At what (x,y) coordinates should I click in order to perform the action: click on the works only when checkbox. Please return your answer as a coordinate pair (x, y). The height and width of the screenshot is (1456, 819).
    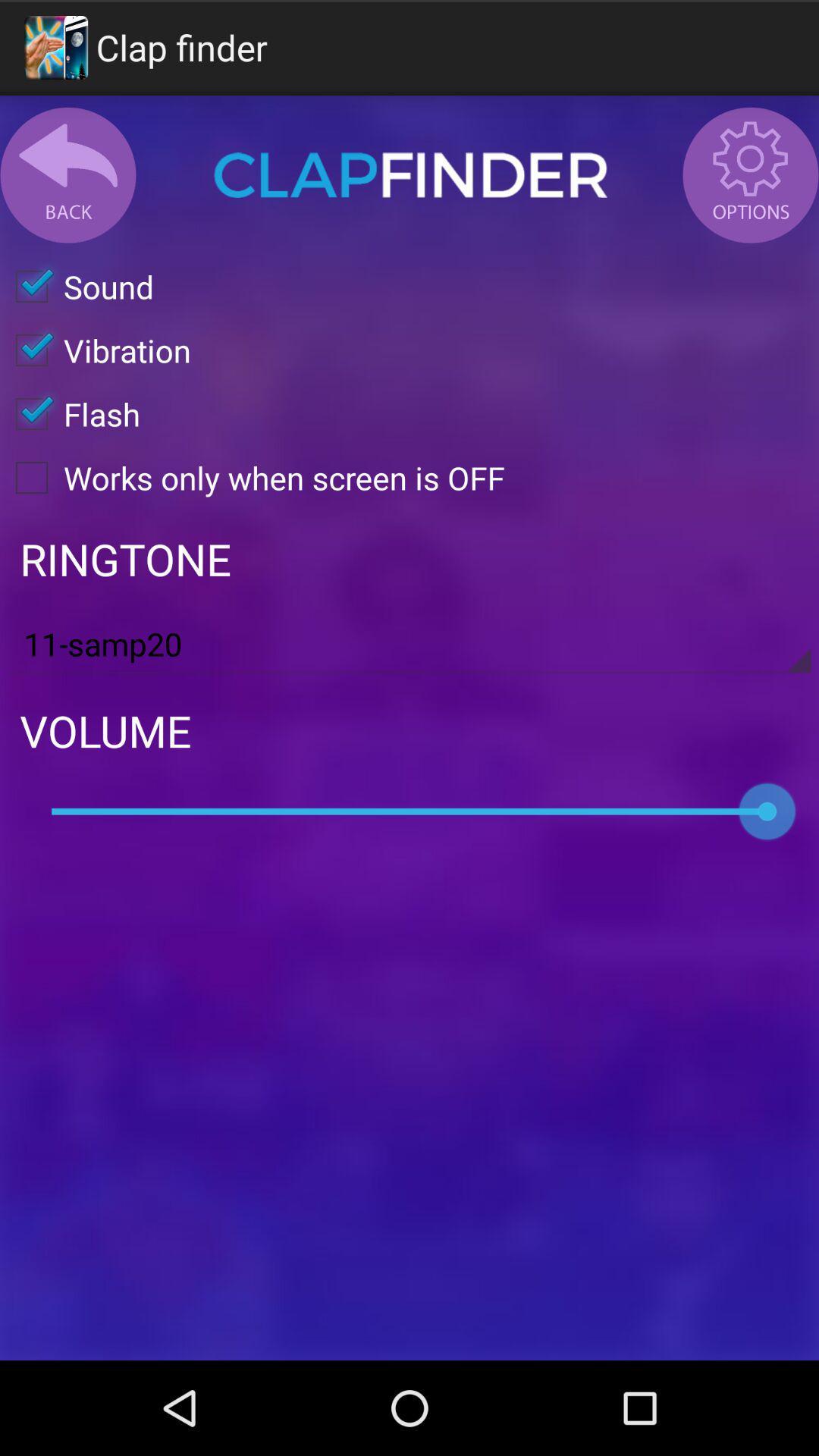
    Looking at the image, I should click on (251, 476).